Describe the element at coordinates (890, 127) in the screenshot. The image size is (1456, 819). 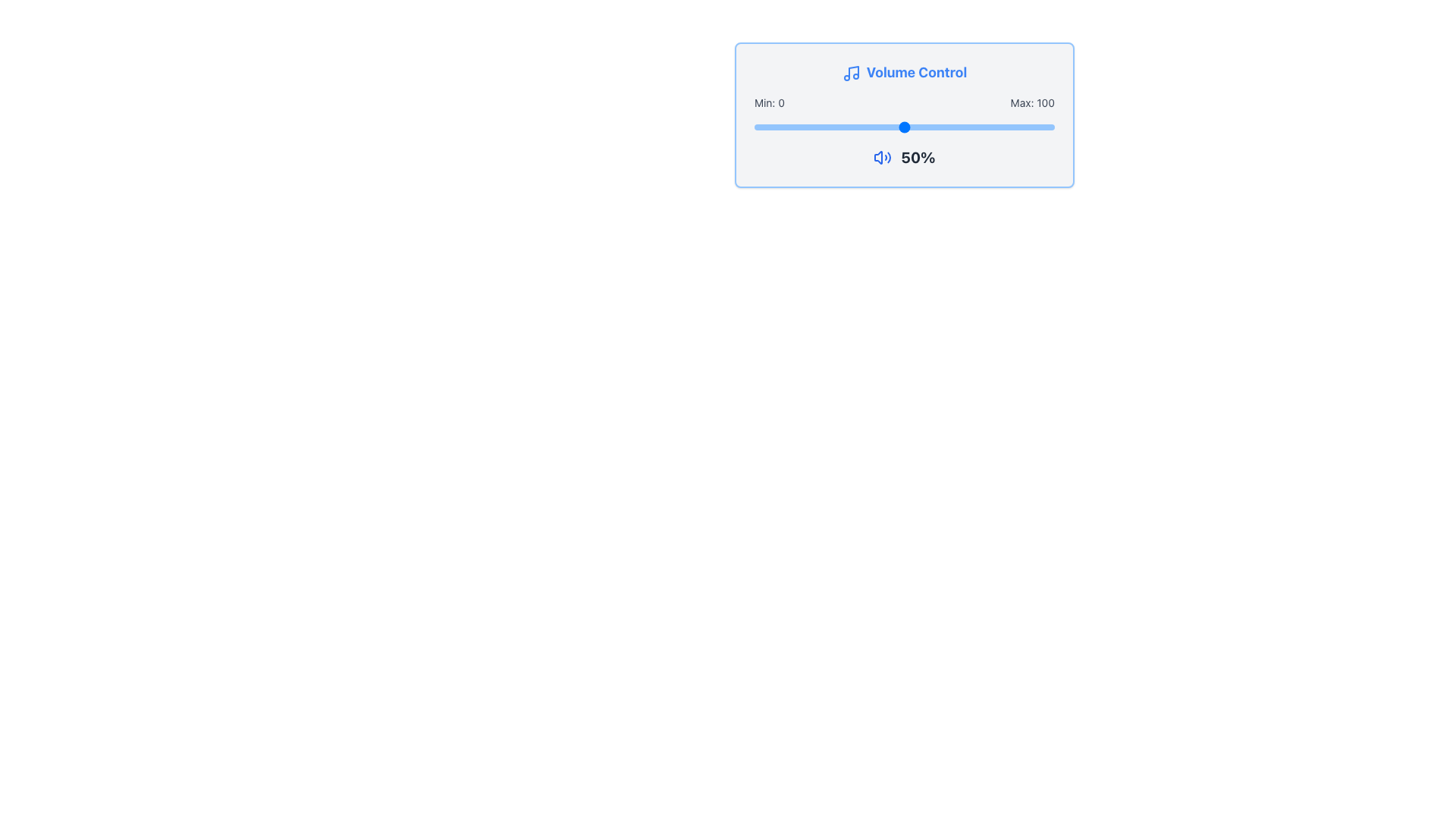
I see `the slider` at that location.